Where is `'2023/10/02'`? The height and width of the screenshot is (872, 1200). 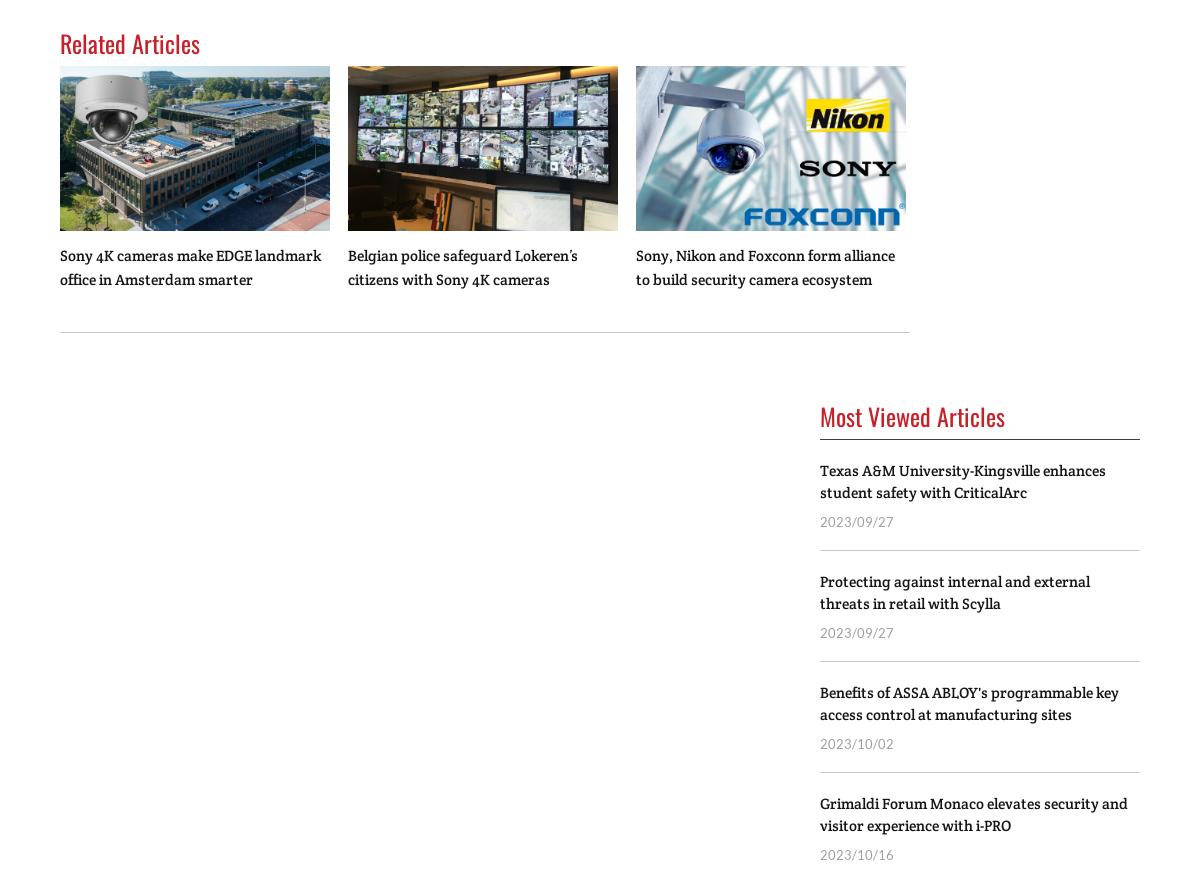 '2023/10/02' is located at coordinates (856, 742).